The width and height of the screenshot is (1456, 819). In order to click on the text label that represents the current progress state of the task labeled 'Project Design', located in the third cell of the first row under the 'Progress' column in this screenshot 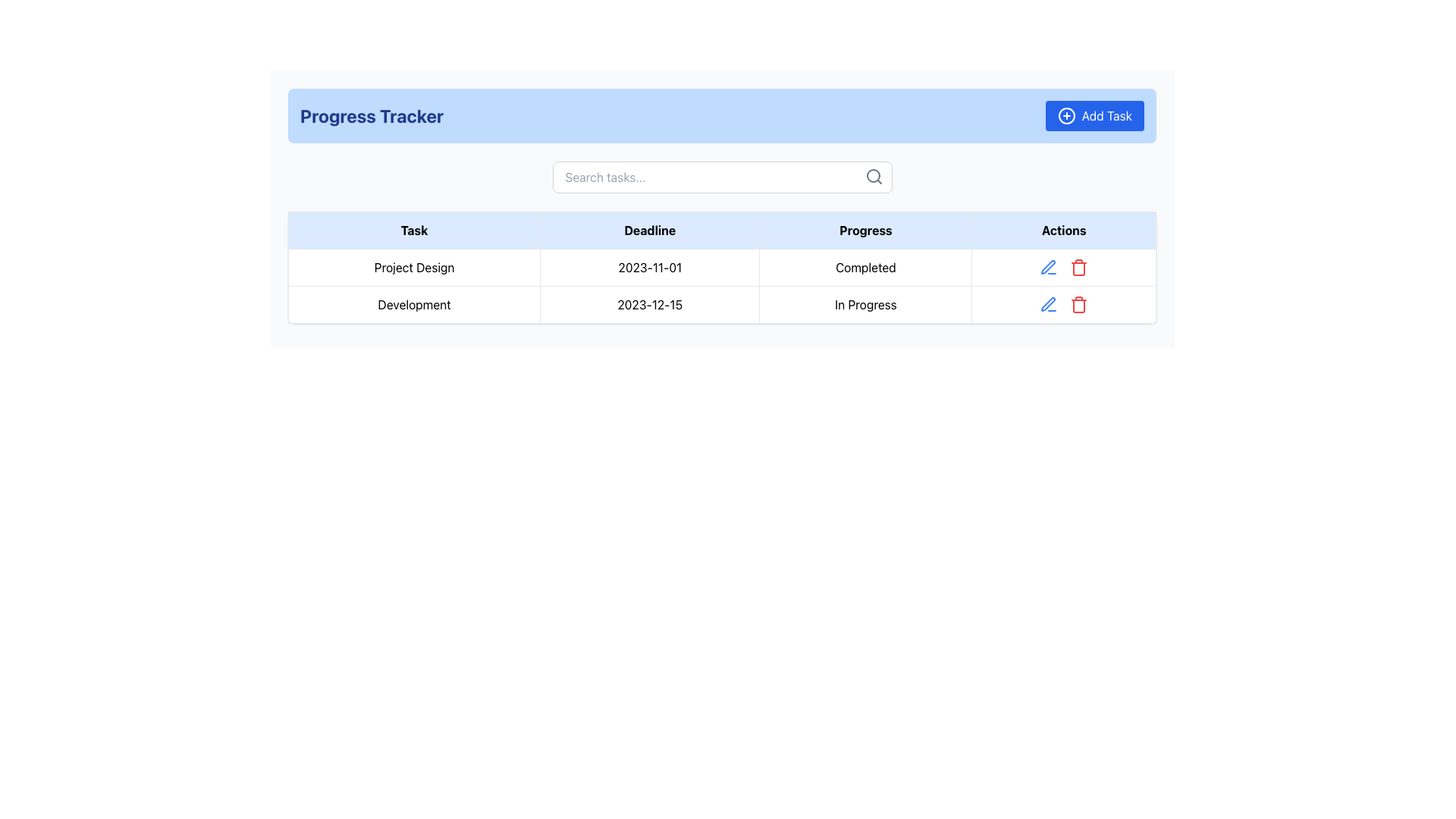, I will do `click(866, 267)`.